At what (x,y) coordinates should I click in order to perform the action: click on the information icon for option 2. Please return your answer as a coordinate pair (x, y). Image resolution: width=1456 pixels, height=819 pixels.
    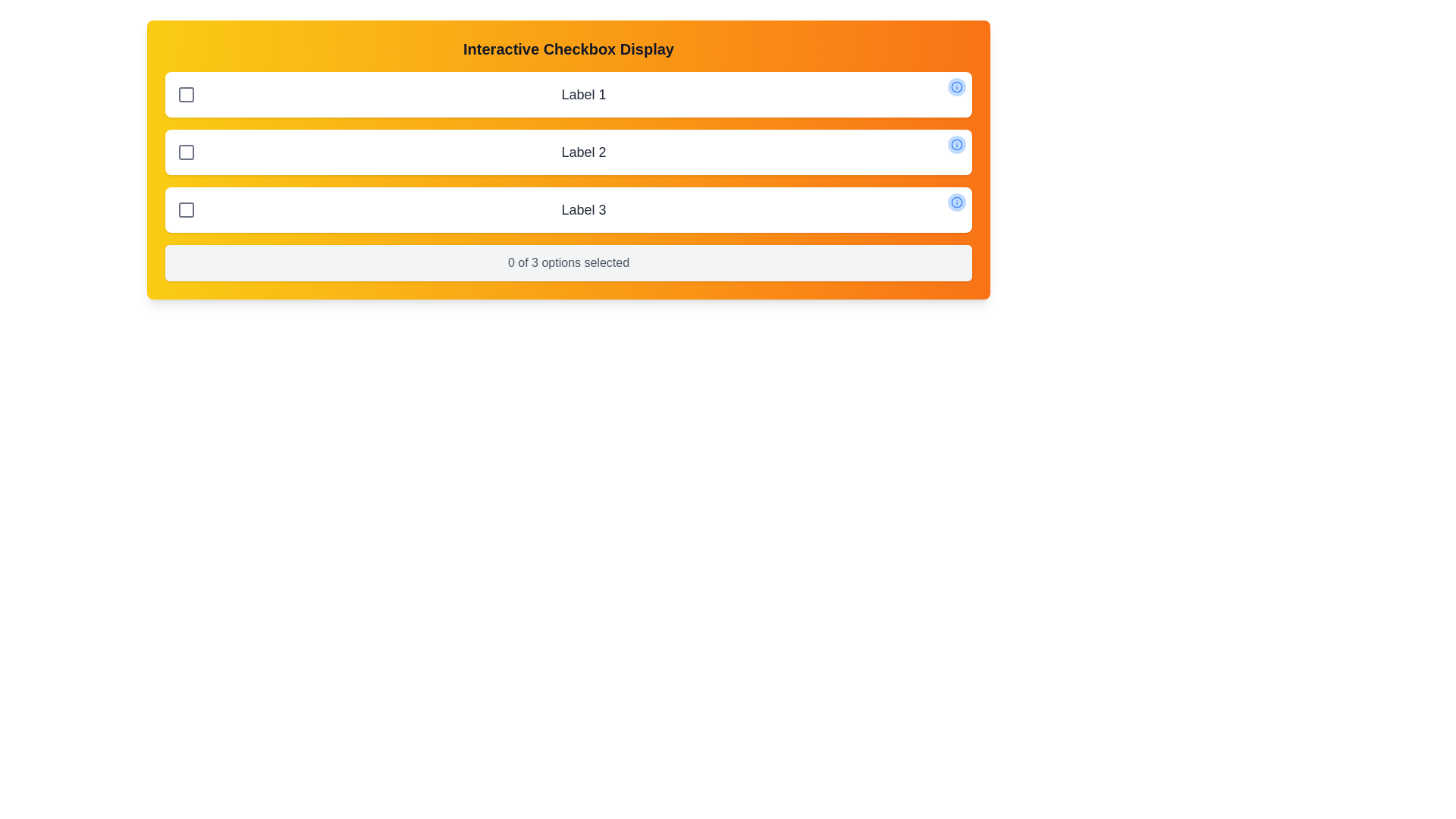
    Looking at the image, I should click on (956, 145).